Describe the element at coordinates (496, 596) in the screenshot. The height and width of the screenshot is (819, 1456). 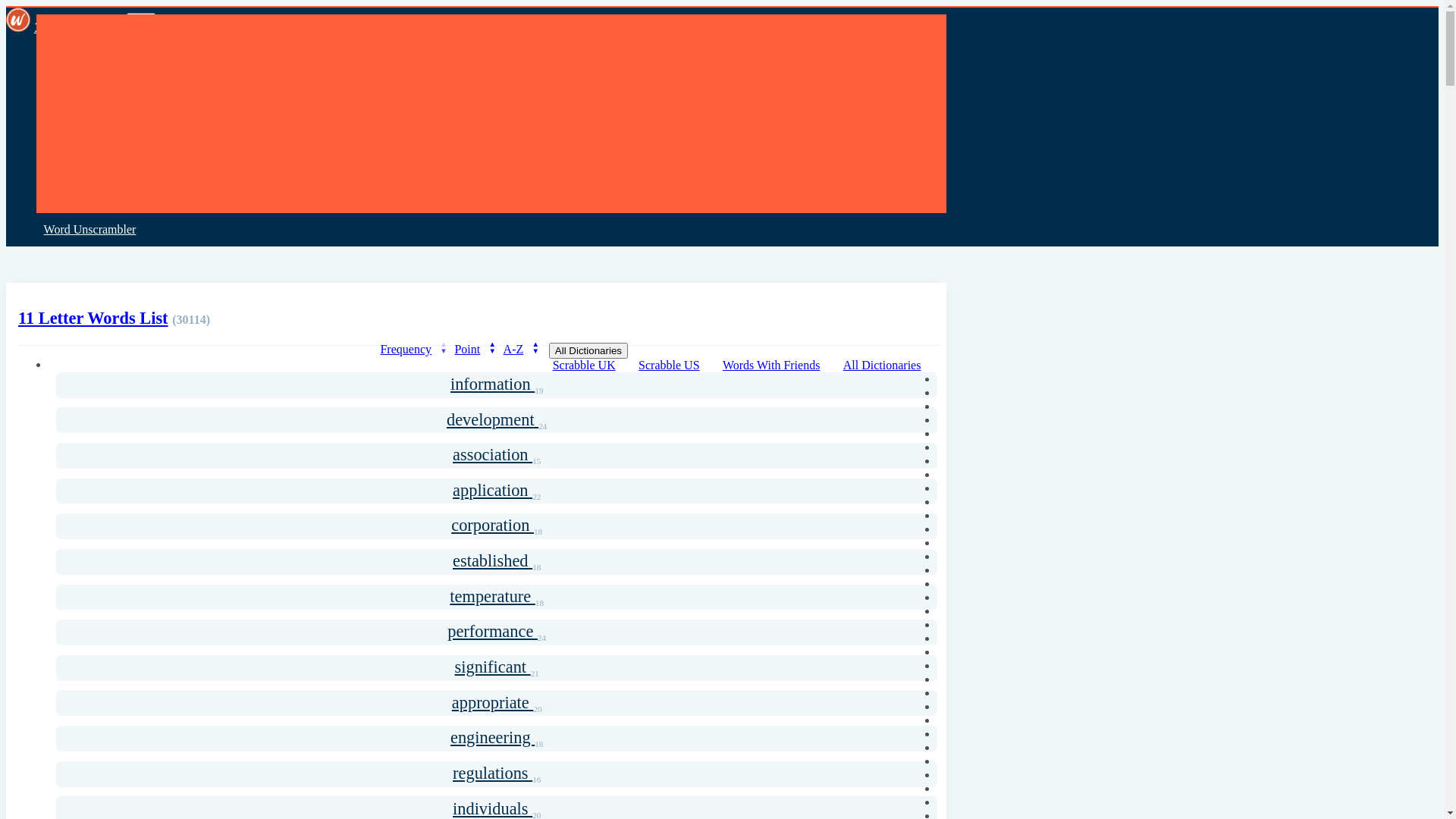
I see `'temperature 18'` at that location.